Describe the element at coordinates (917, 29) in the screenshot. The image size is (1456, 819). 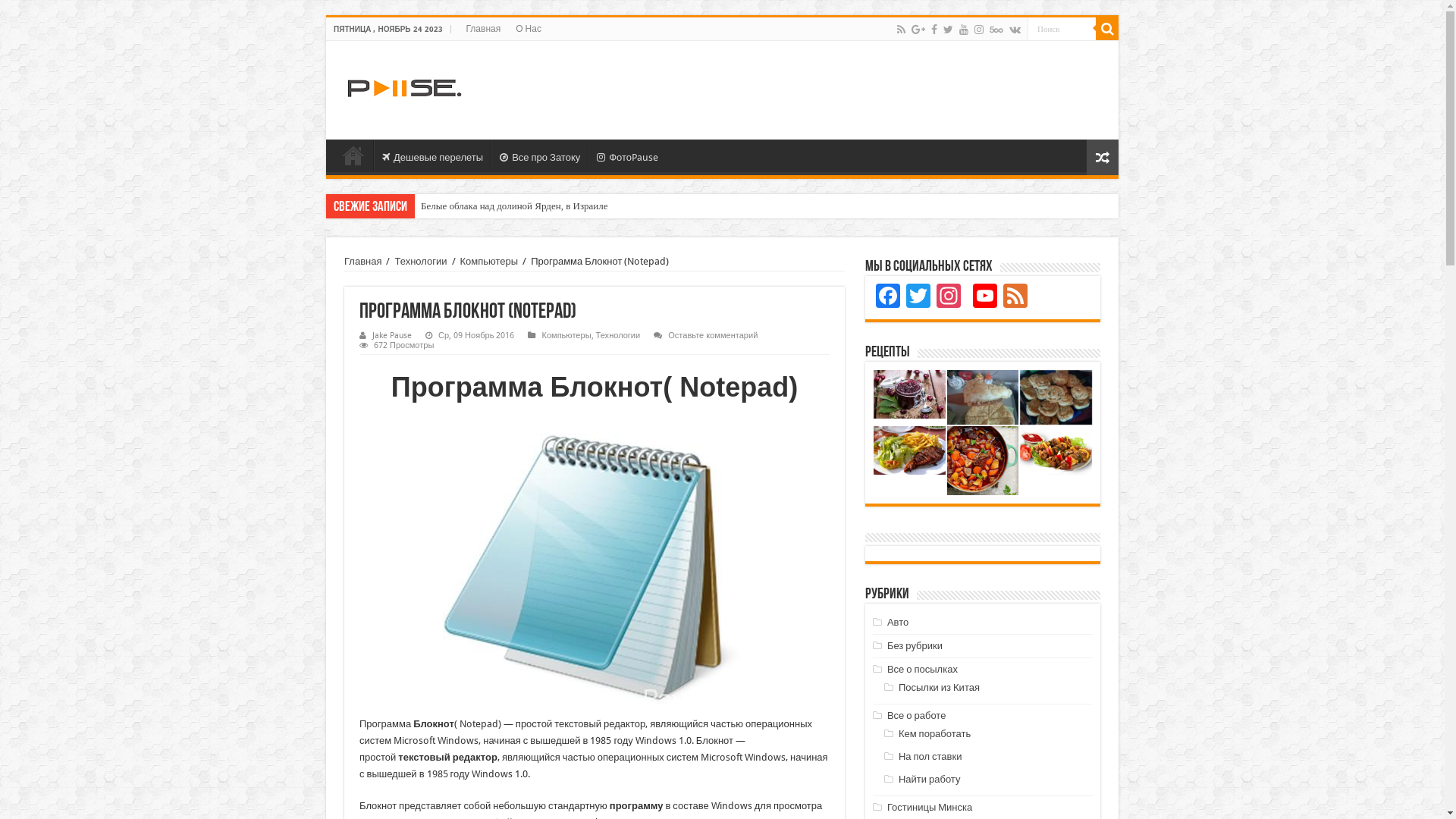
I see `'Google+'` at that location.